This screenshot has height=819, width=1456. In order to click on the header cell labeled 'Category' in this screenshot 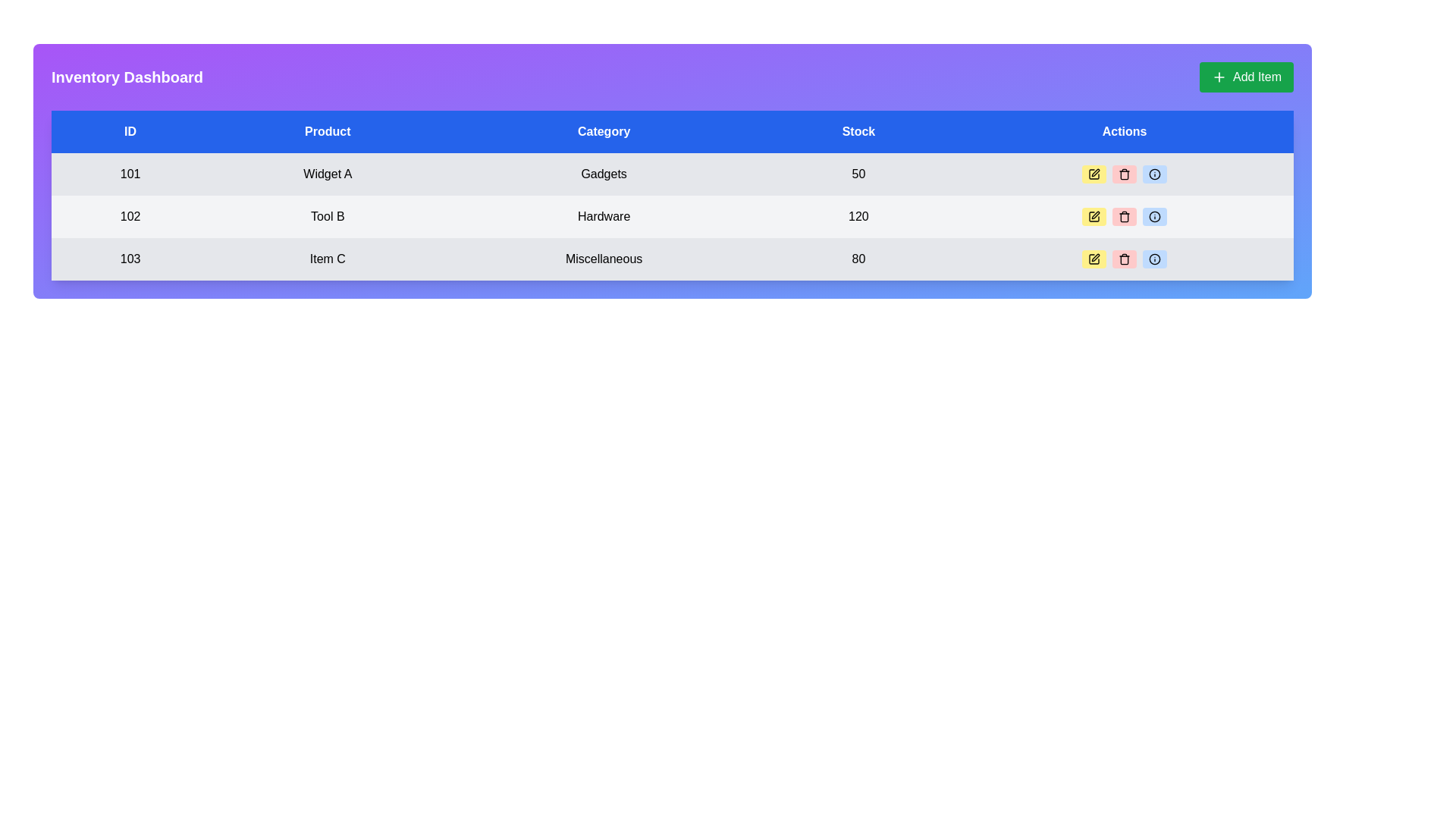, I will do `click(603, 130)`.